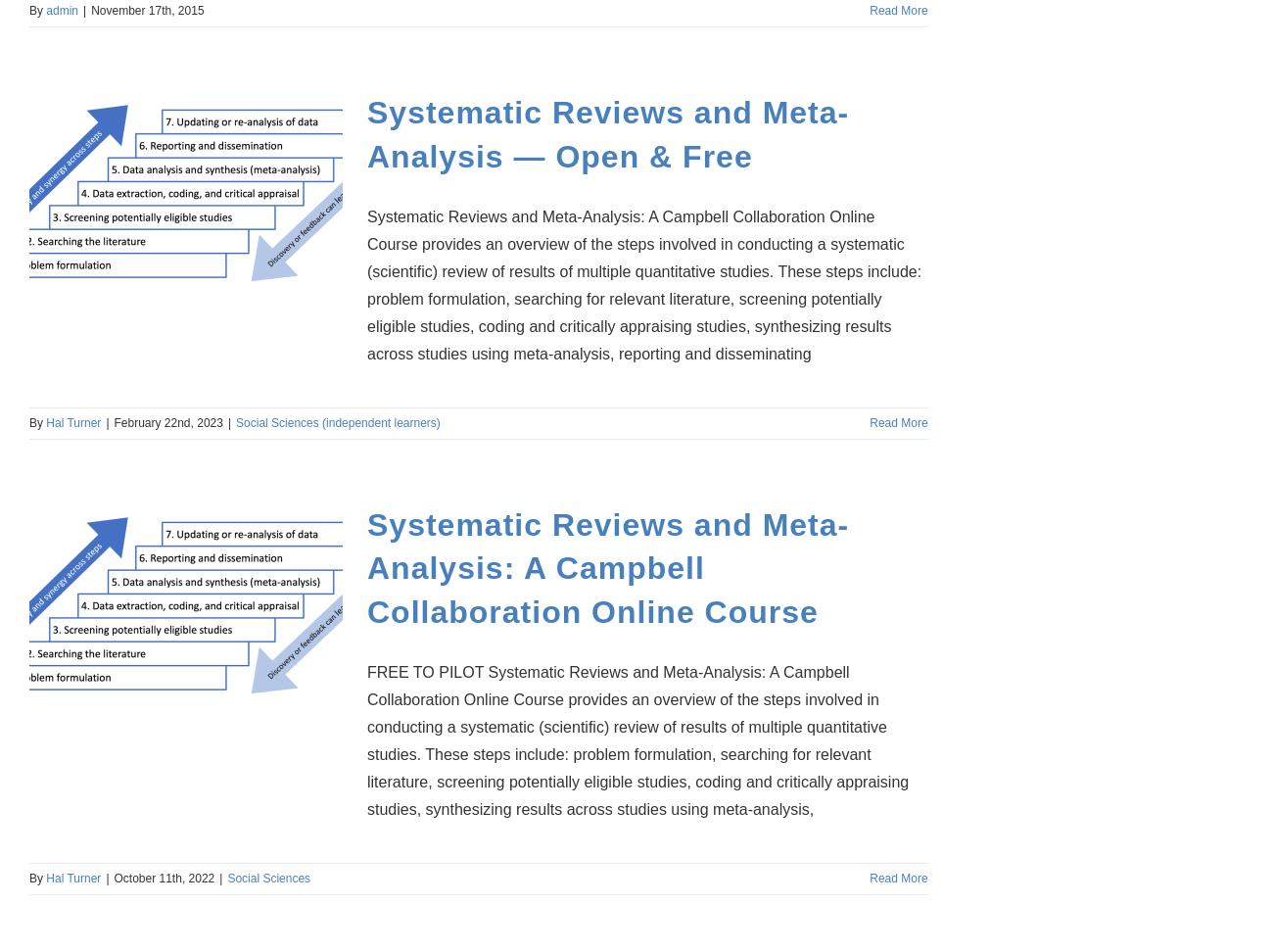 This screenshot has width=1273, height=952. What do you see at coordinates (164, 877) in the screenshot?
I see `'October 11th, 2022'` at bounding box center [164, 877].